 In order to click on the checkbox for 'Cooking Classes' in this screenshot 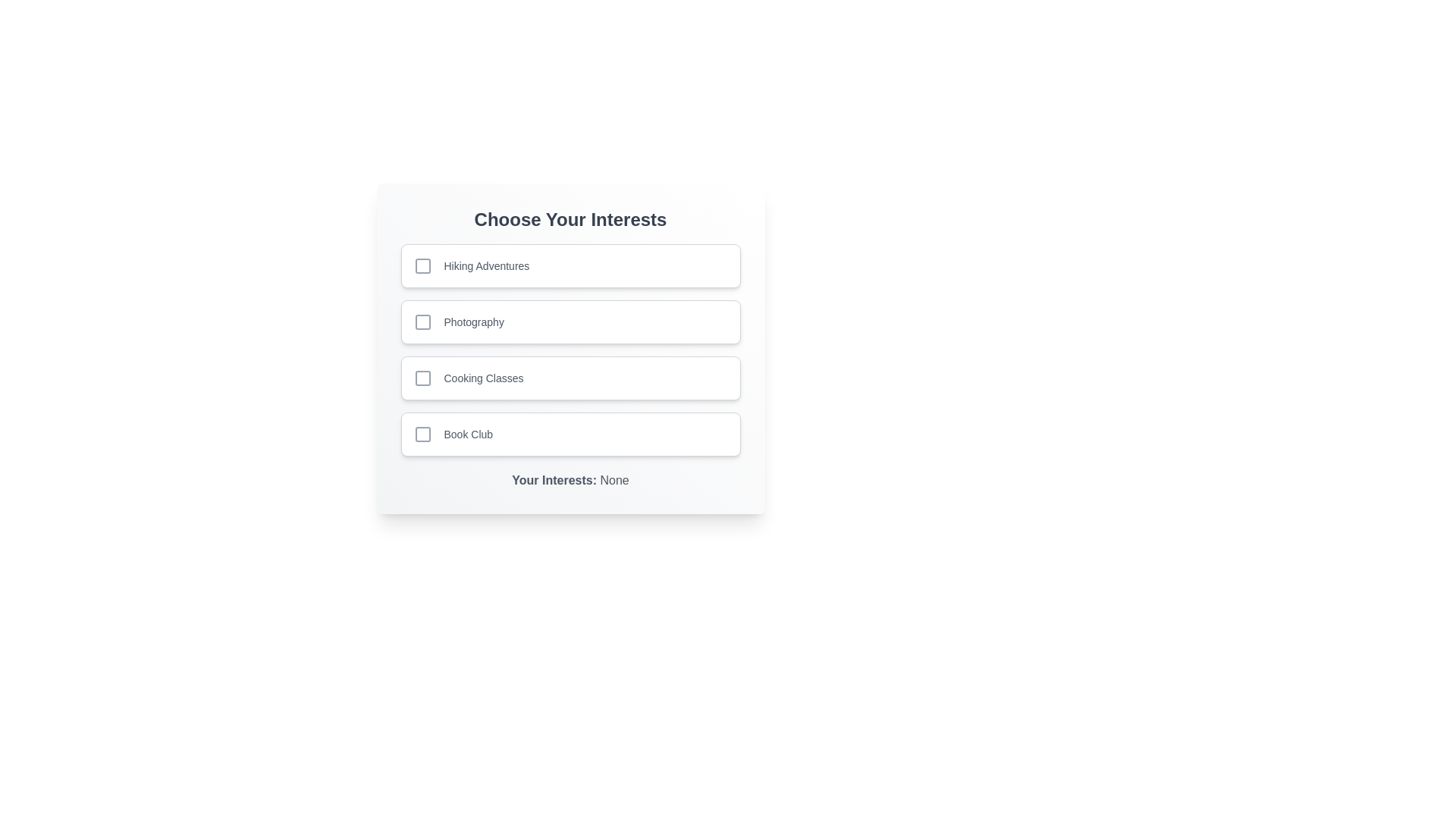, I will do `click(422, 377)`.